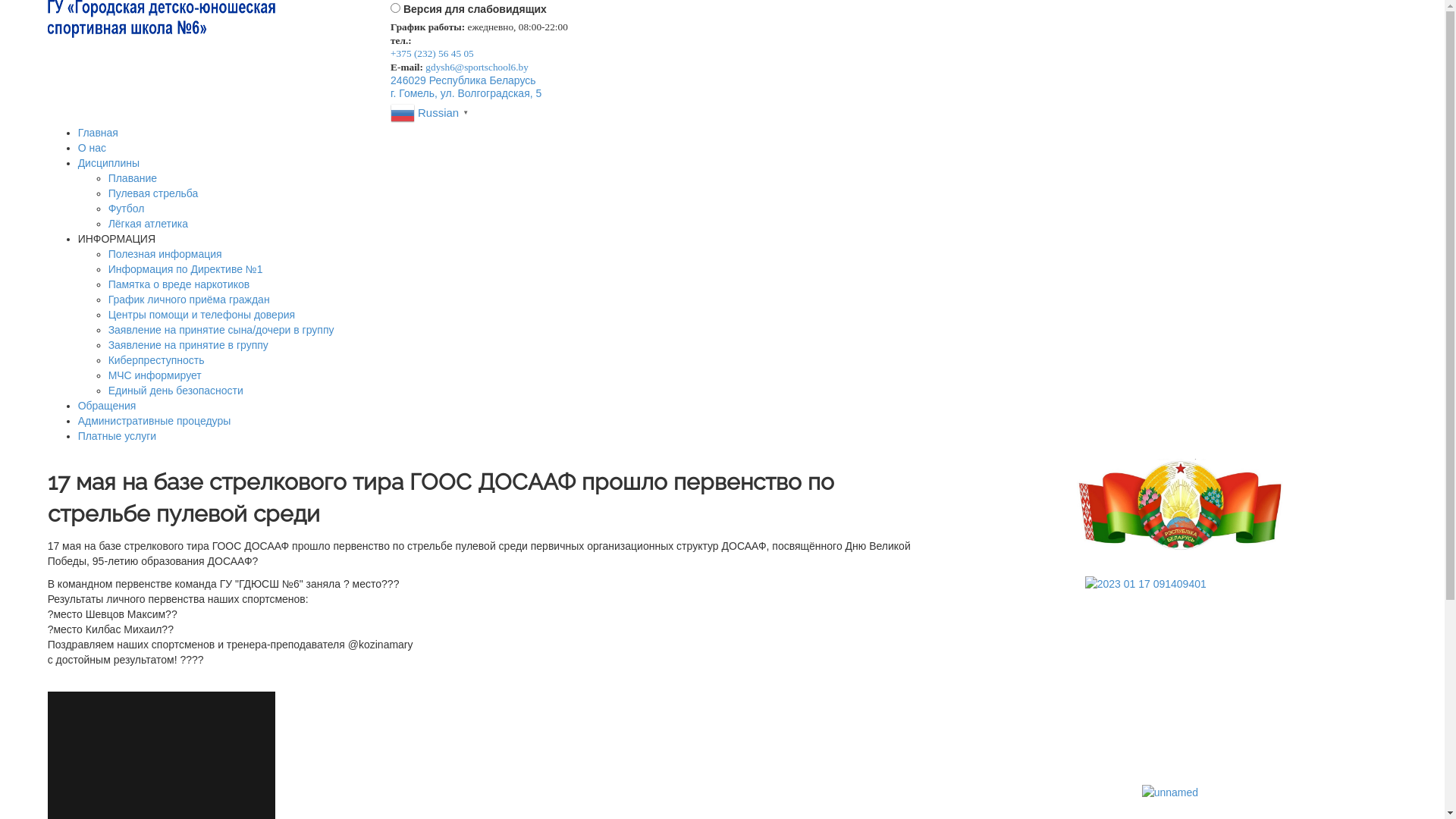  Describe the element at coordinates (431, 52) in the screenshot. I see `'+375 (232) 56 45 05'` at that location.